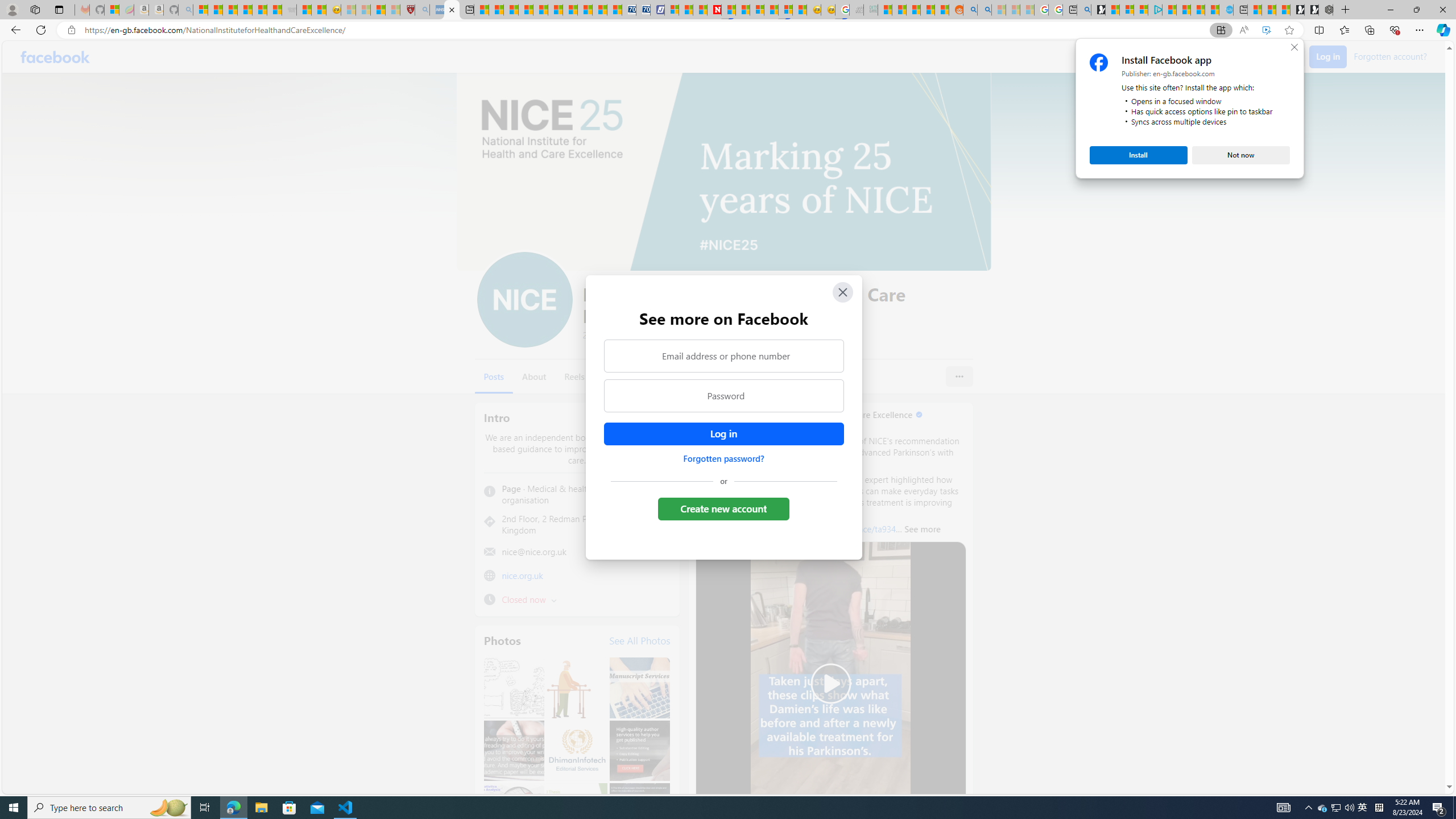 This screenshot has height=819, width=1456. What do you see at coordinates (1283, 806) in the screenshot?
I see `'AutomationID: 4105'` at bounding box center [1283, 806].